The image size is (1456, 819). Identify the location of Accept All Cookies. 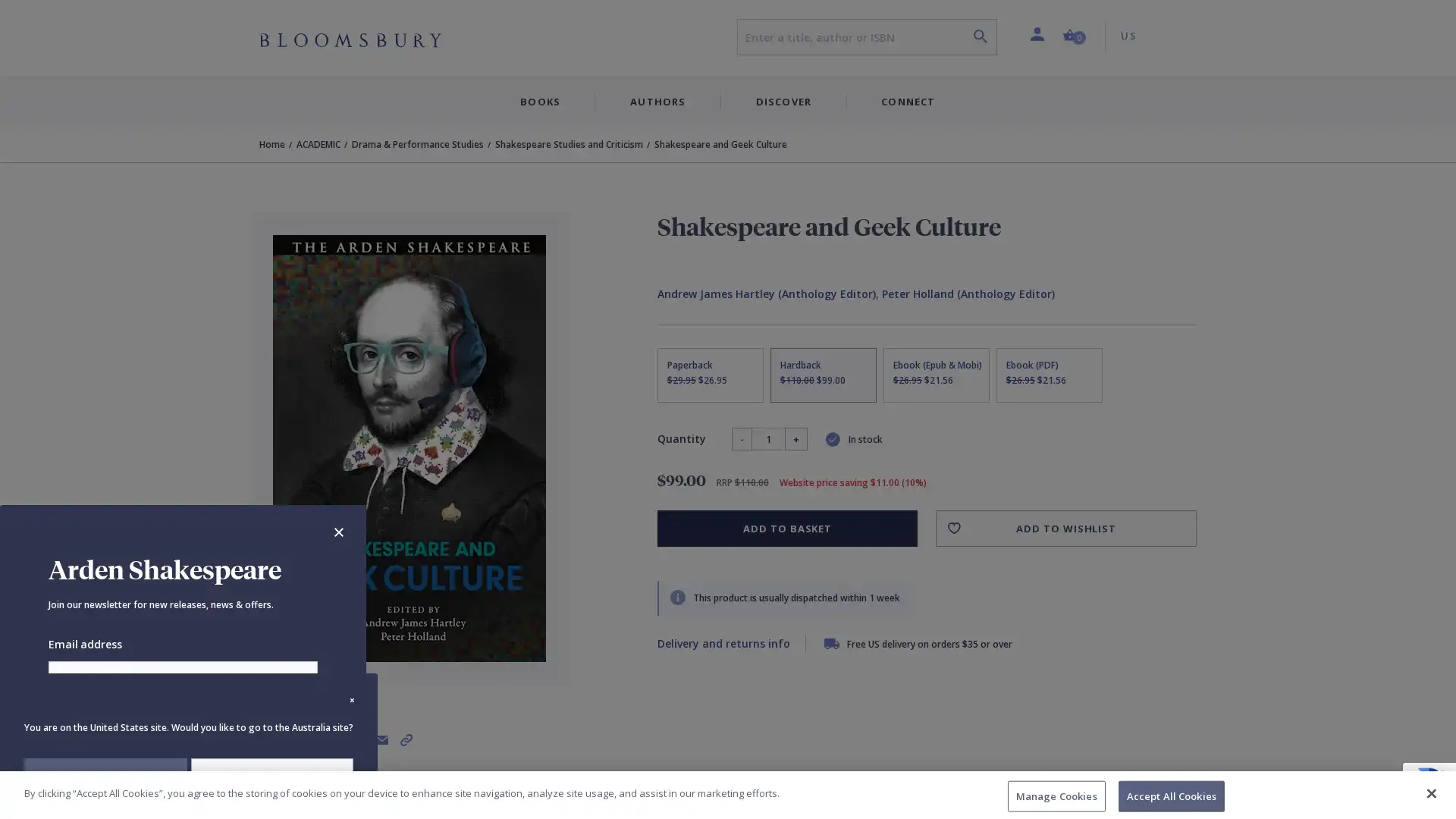
(1170, 795).